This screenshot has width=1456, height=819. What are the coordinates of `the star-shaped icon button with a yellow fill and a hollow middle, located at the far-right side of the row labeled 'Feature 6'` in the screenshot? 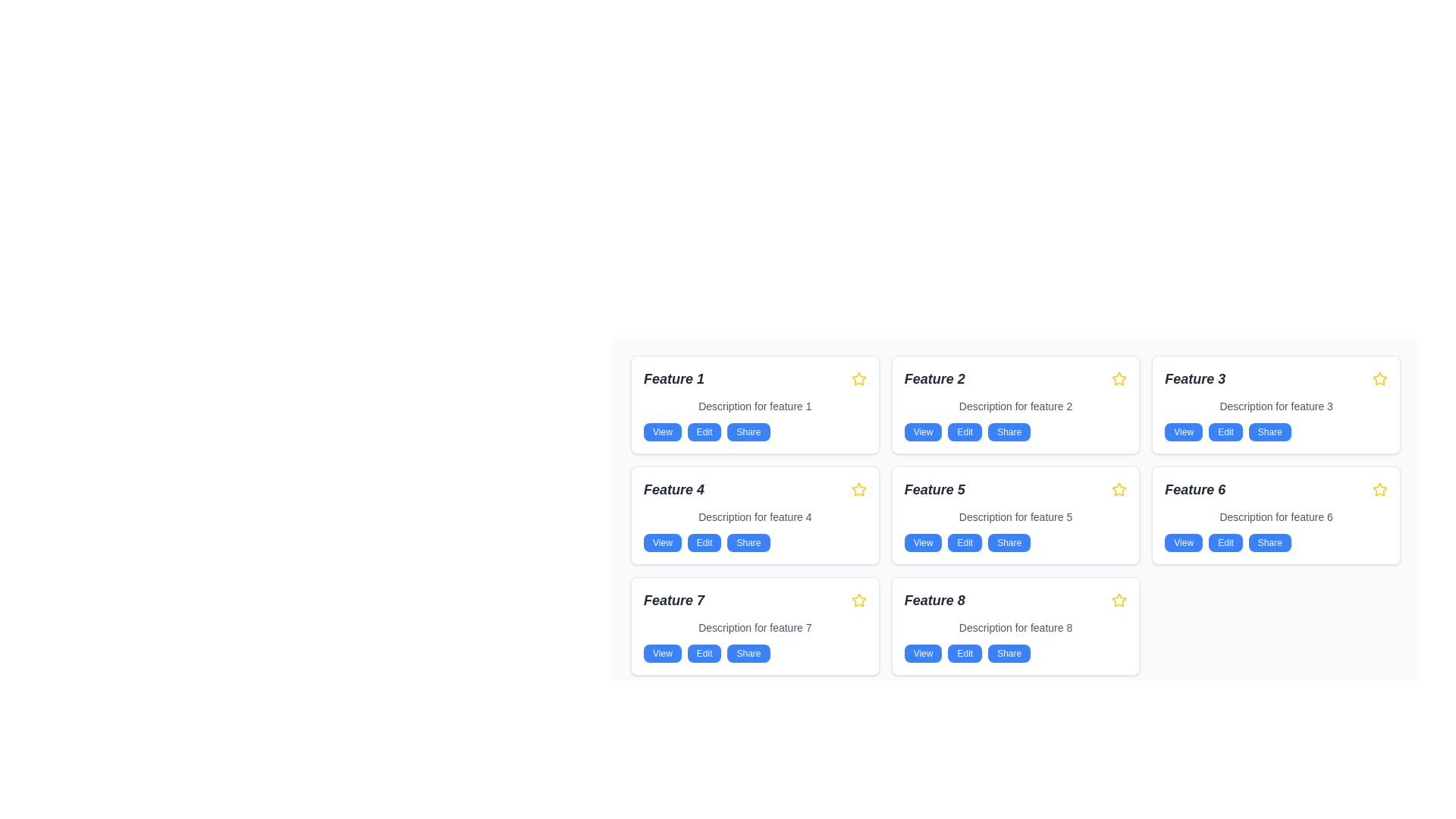 It's located at (1379, 489).